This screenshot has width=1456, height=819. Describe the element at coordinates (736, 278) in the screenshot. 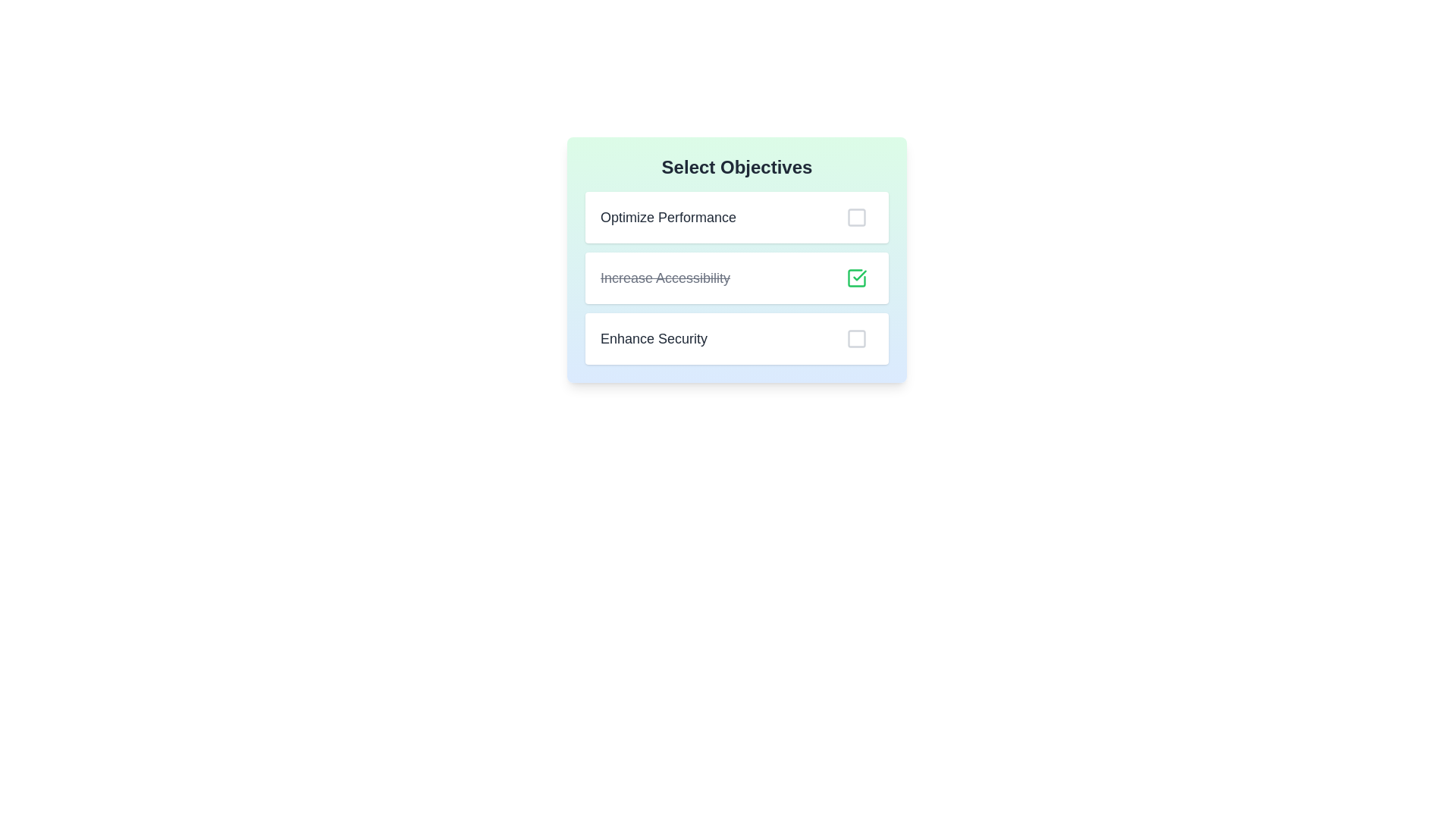

I see `the checkbox of the second list item in the checklist, which is marked as completed` at that location.